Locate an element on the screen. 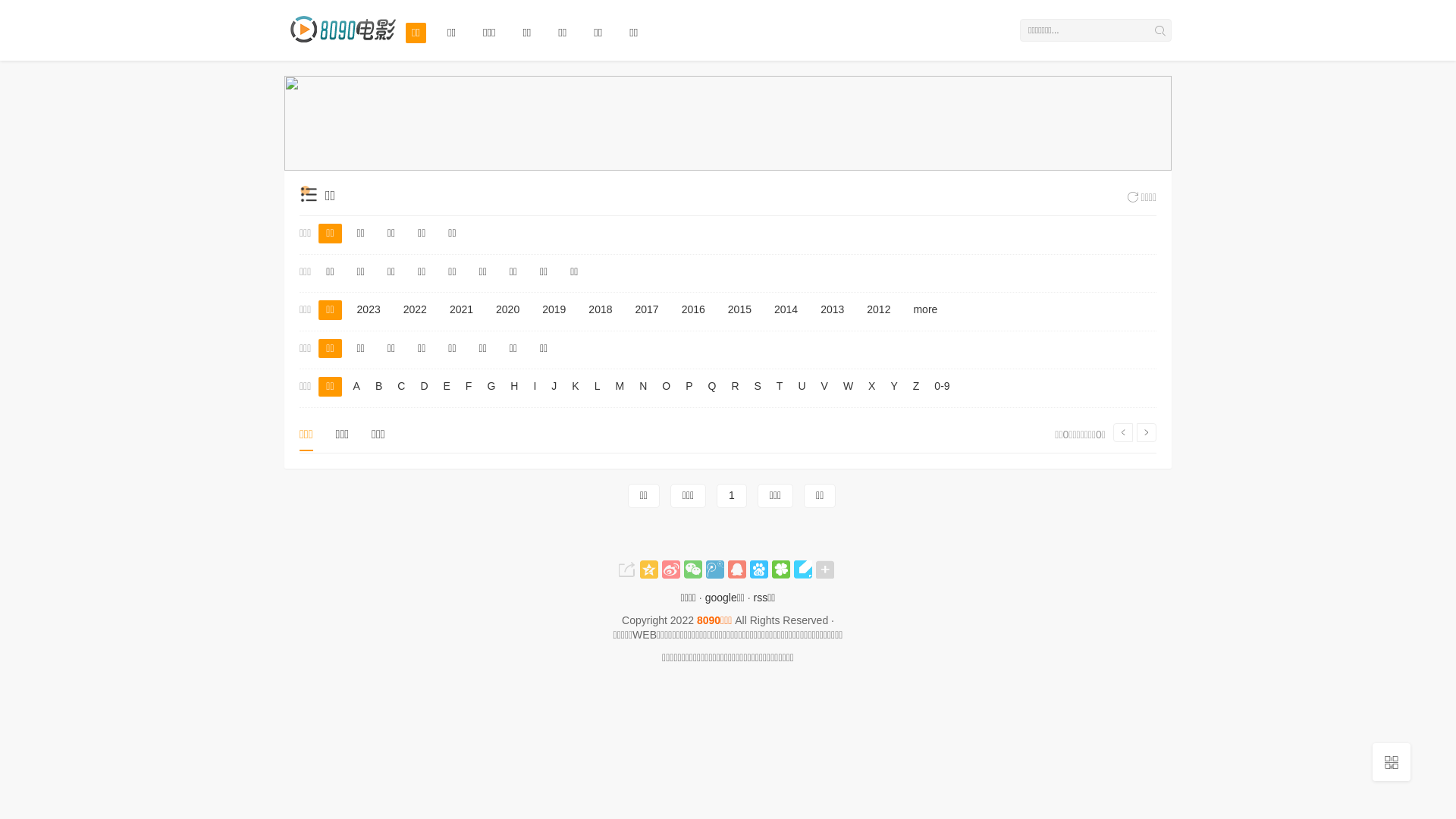 The image size is (1456, 819). 'W' is located at coordinates (847, 385).